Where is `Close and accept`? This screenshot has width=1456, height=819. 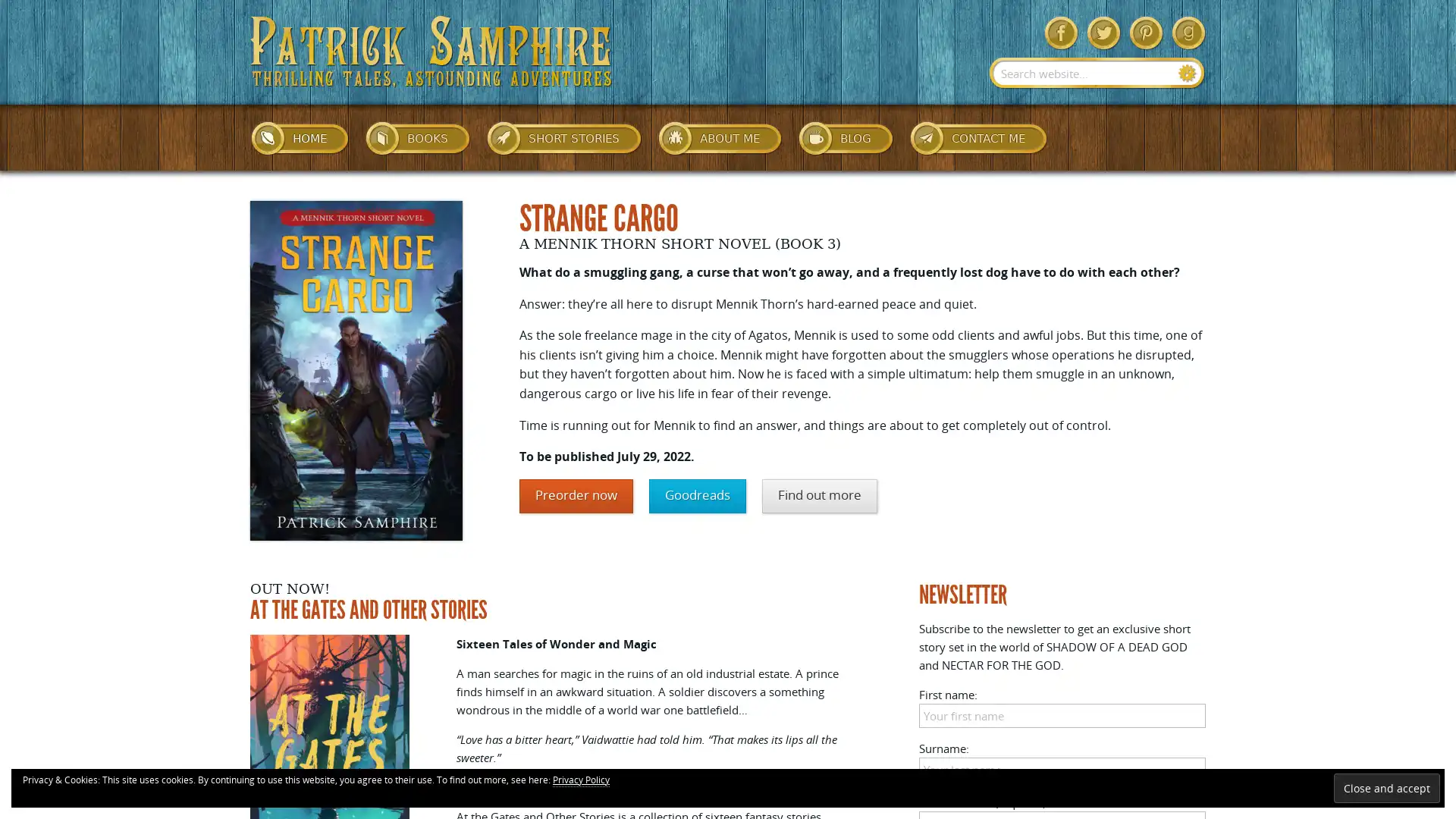
Close and accept is located at coordinates (1386, 787).